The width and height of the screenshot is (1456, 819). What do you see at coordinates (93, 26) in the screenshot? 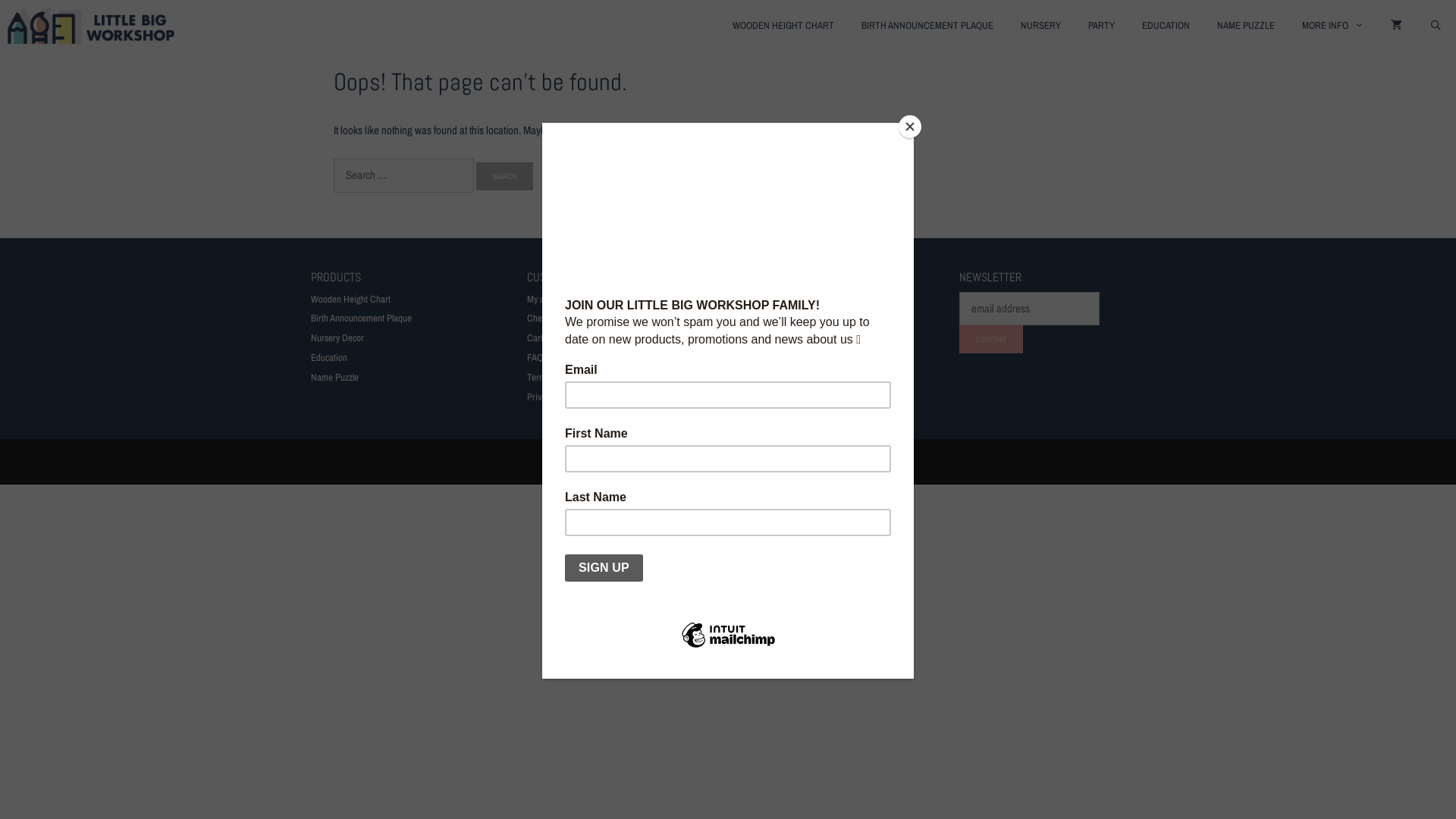
I see `'Little Big Workshop'` at bounding box center [93, 26].